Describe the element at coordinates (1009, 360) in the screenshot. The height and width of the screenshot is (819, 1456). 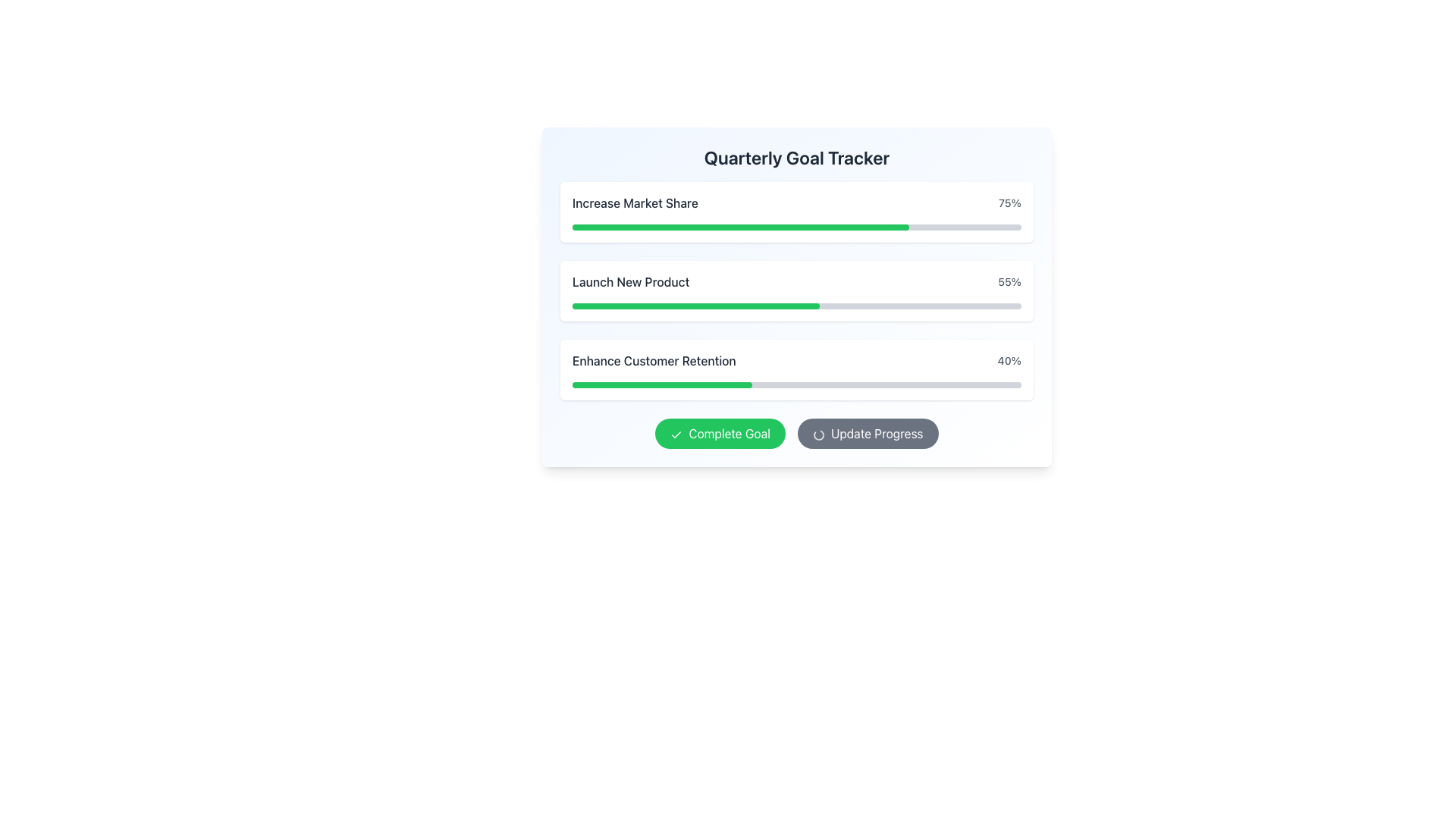
I see `the text label displaying '40%' in gray color, located on the right-hand side of the 'Enhance Customer Retention' section in the 'Quarterly Goal Tracker' interface` at that location.